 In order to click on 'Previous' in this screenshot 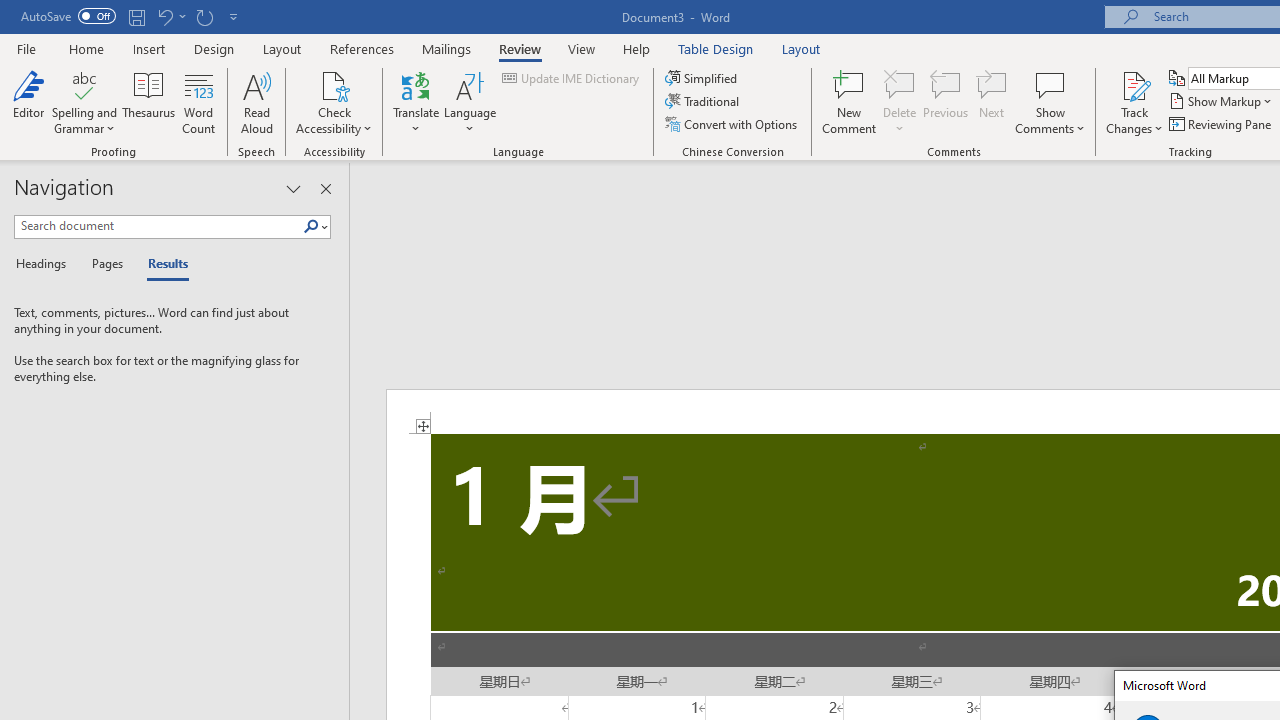, I will do `click(945, 103)`.